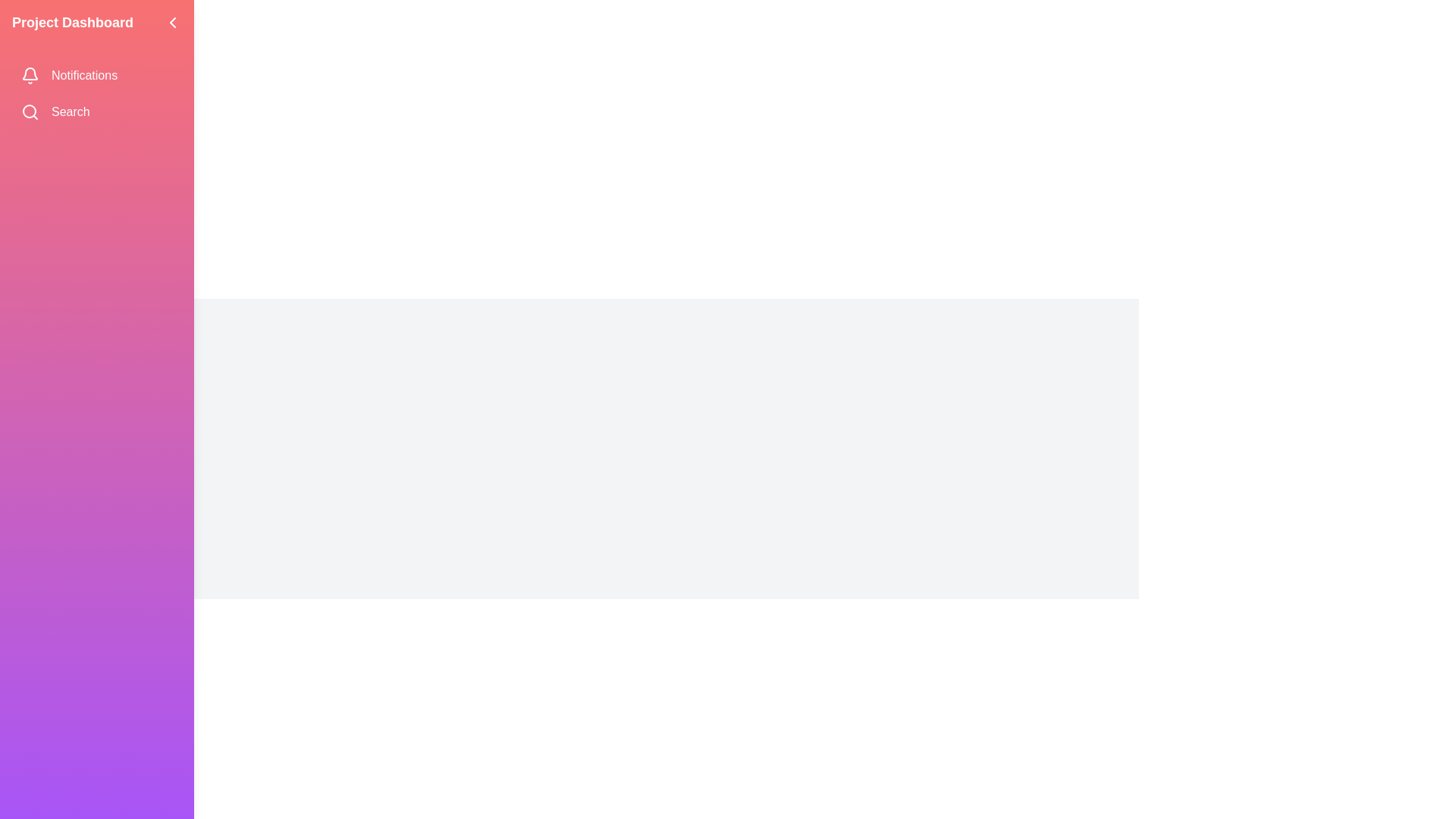 This screenshot has width=1456, height=819. What do you see at coordinates (172, 23) in the screenshot?
I see `the toggle button to close the drawer` at bounding box center [172, 23].